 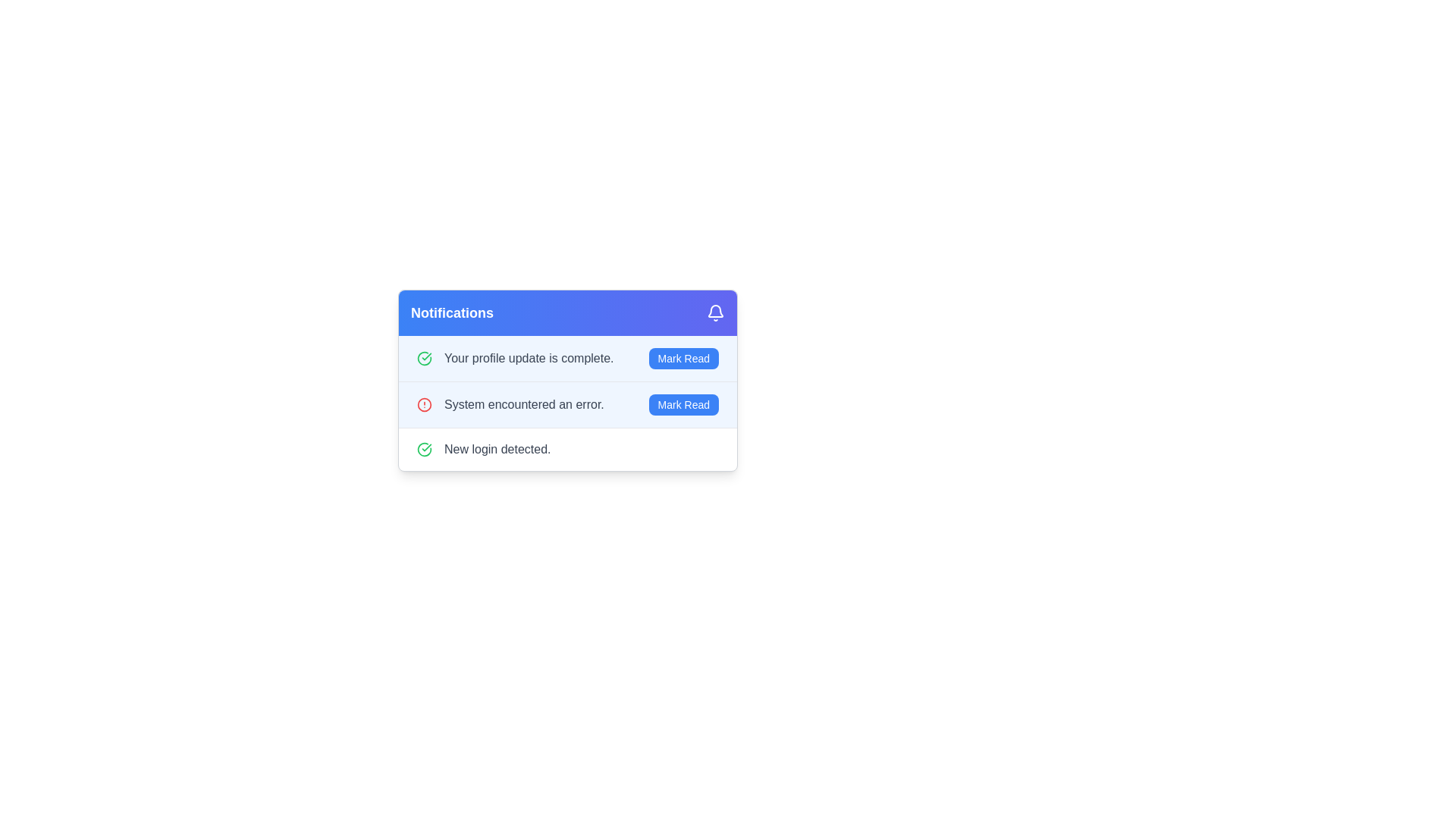 I want to click on the bell-shaped icon located on the right side of the notification panel's title bar, which is above the 'Notifications' label, so click(x=715, y=310).